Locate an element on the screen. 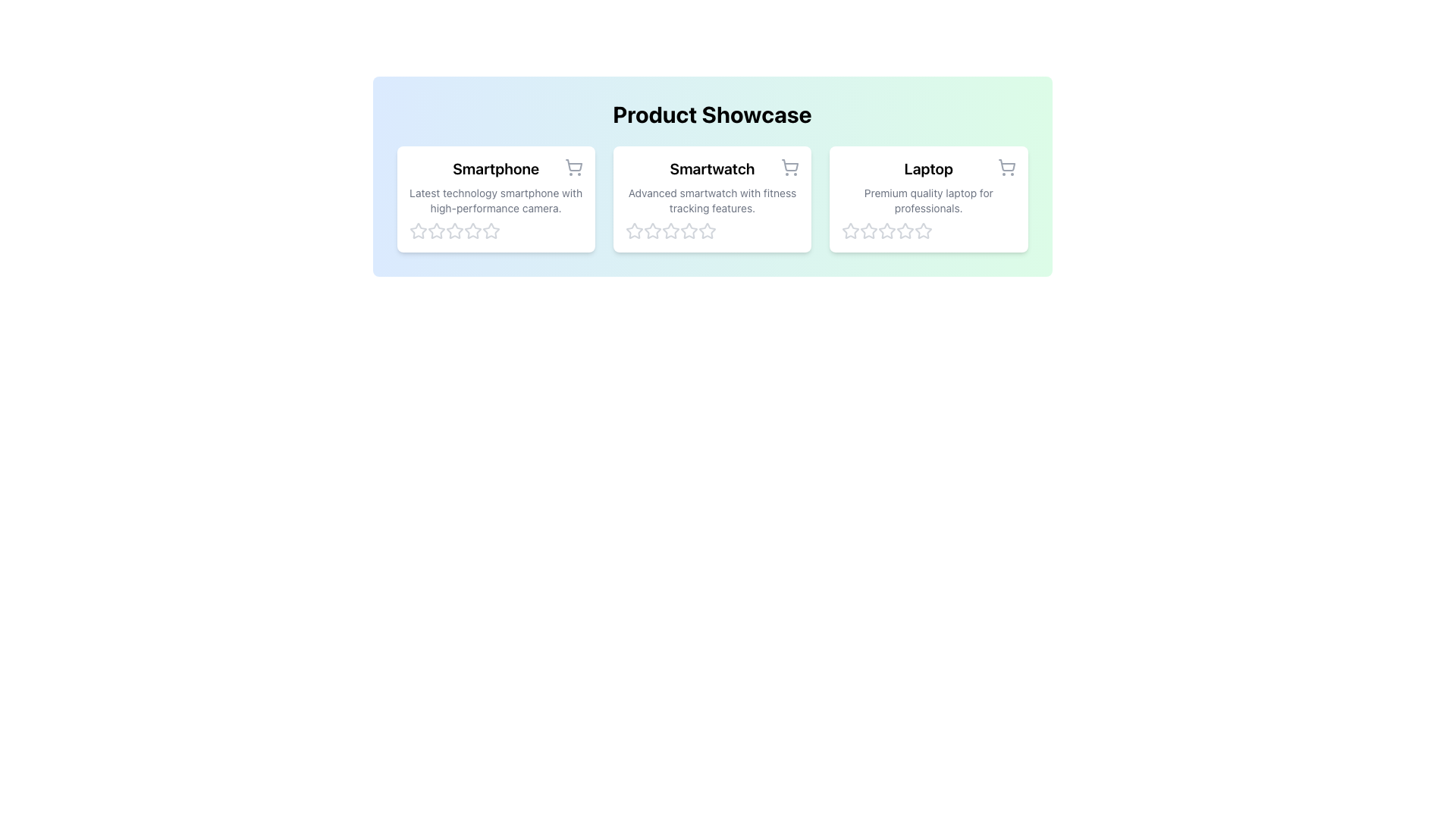 The height and width of the screenshot is (819, 1456). the third star icon in the rating interface for the smartwatch product is located at coordinates (706, 231).